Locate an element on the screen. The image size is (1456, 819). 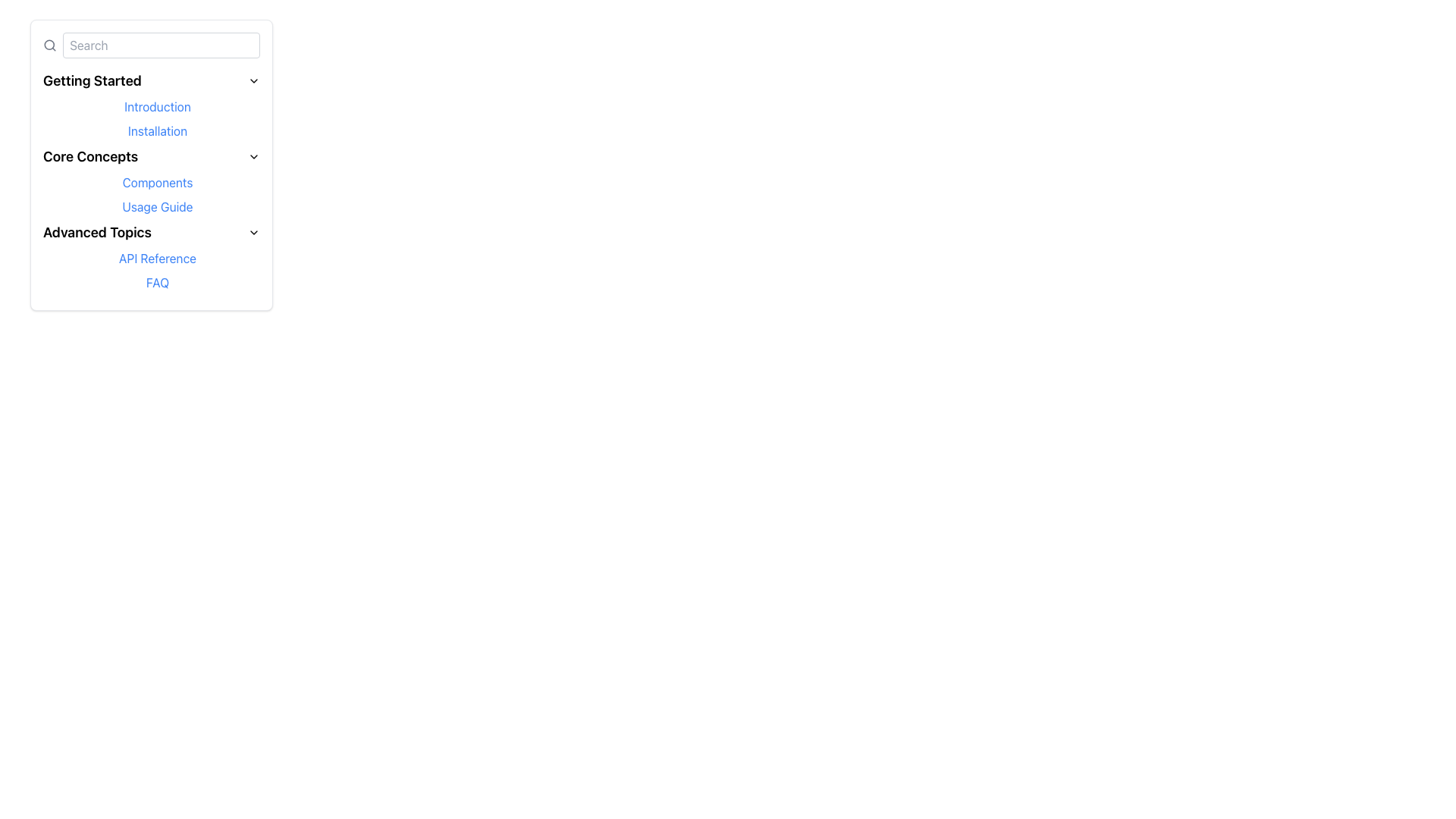
the navigational text link that directs users to the 'API Reference' section, located under the 'Advanced Topics' section as the first interactive item is located at coordinates (157, 257).